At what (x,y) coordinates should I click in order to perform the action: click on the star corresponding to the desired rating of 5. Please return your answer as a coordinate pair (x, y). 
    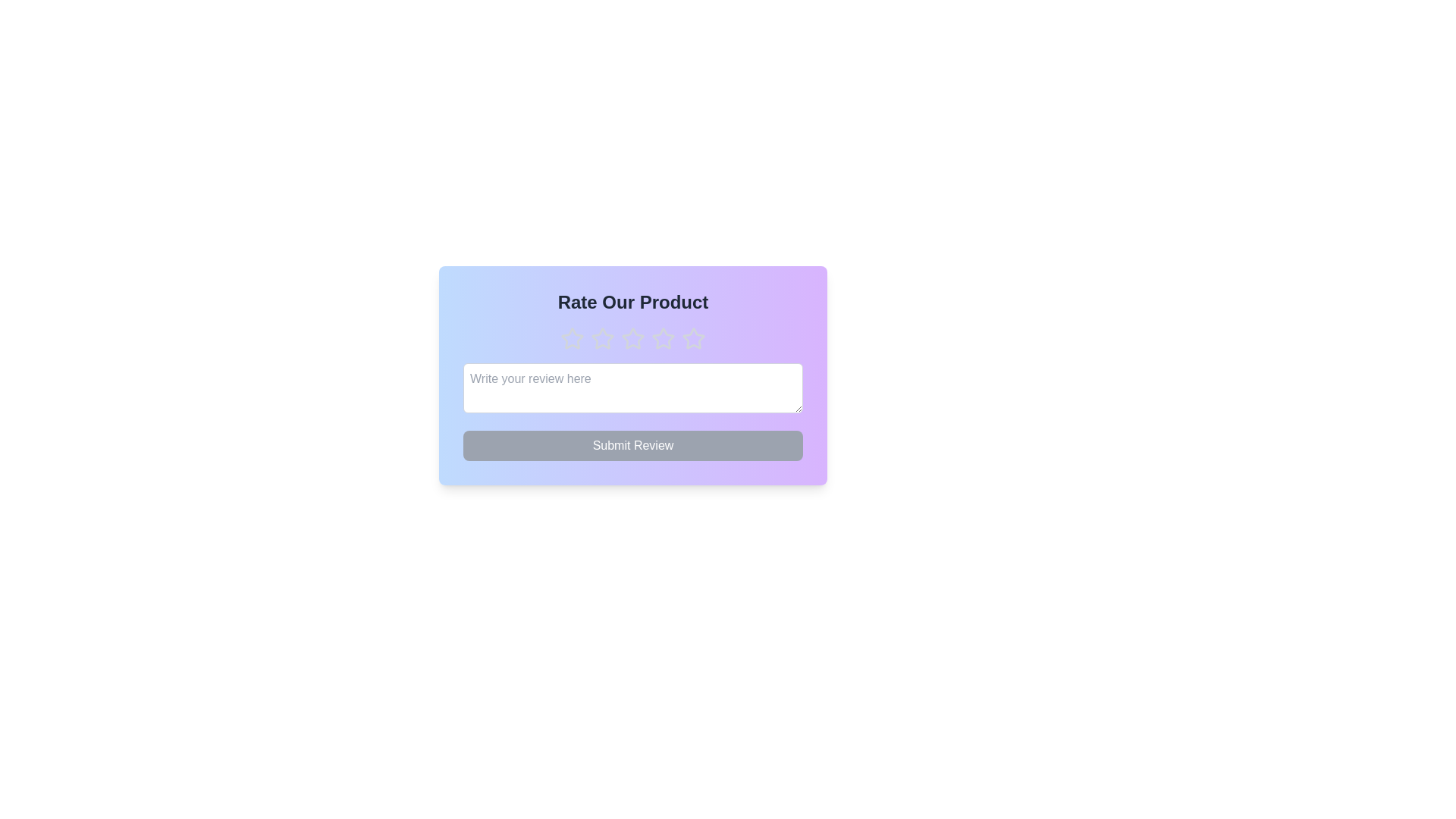
    Looking at the image, I should click on (693, 338).